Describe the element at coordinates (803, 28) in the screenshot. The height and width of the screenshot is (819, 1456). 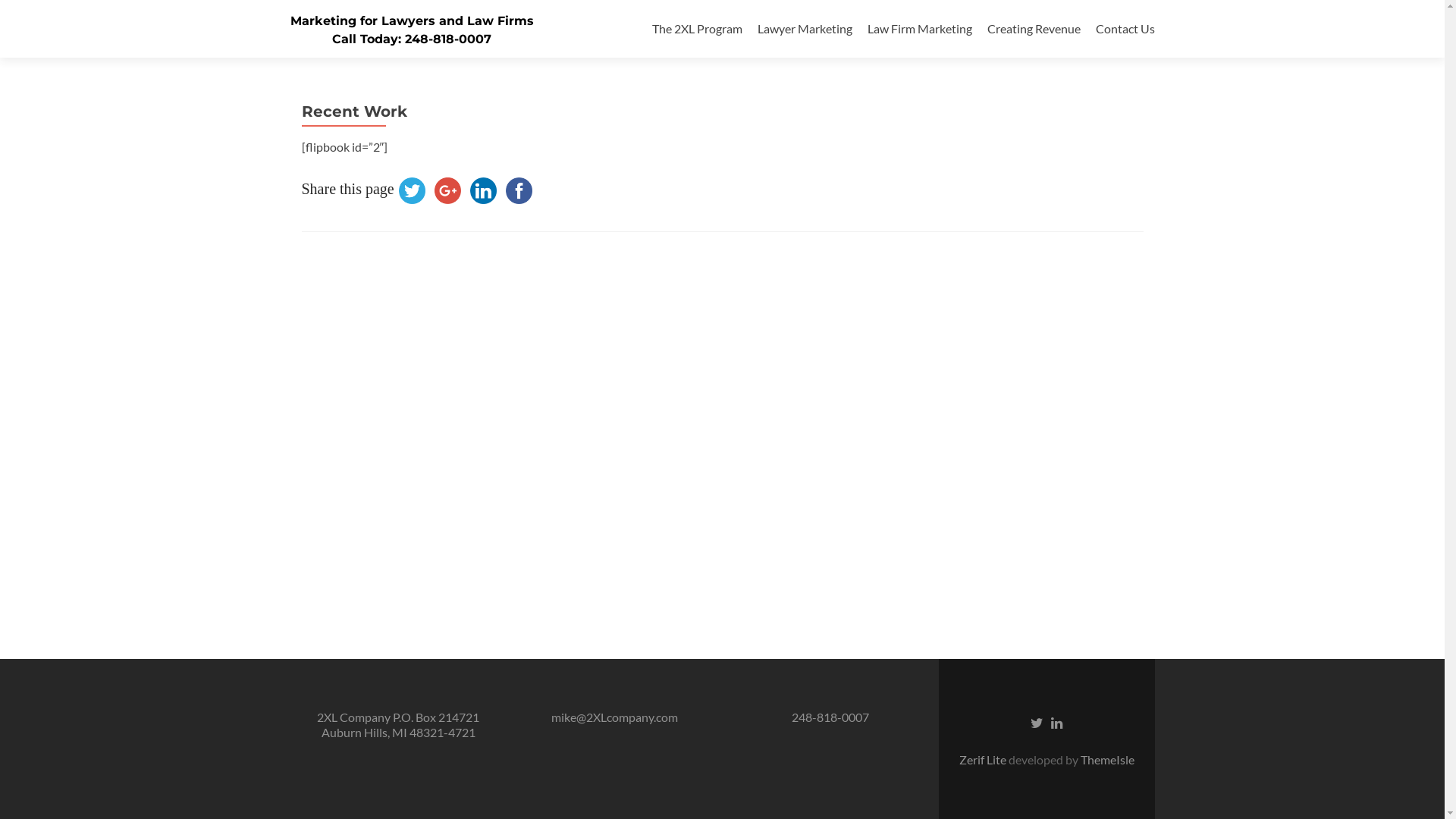
I see `'Lawyer Marketing'` at that location.